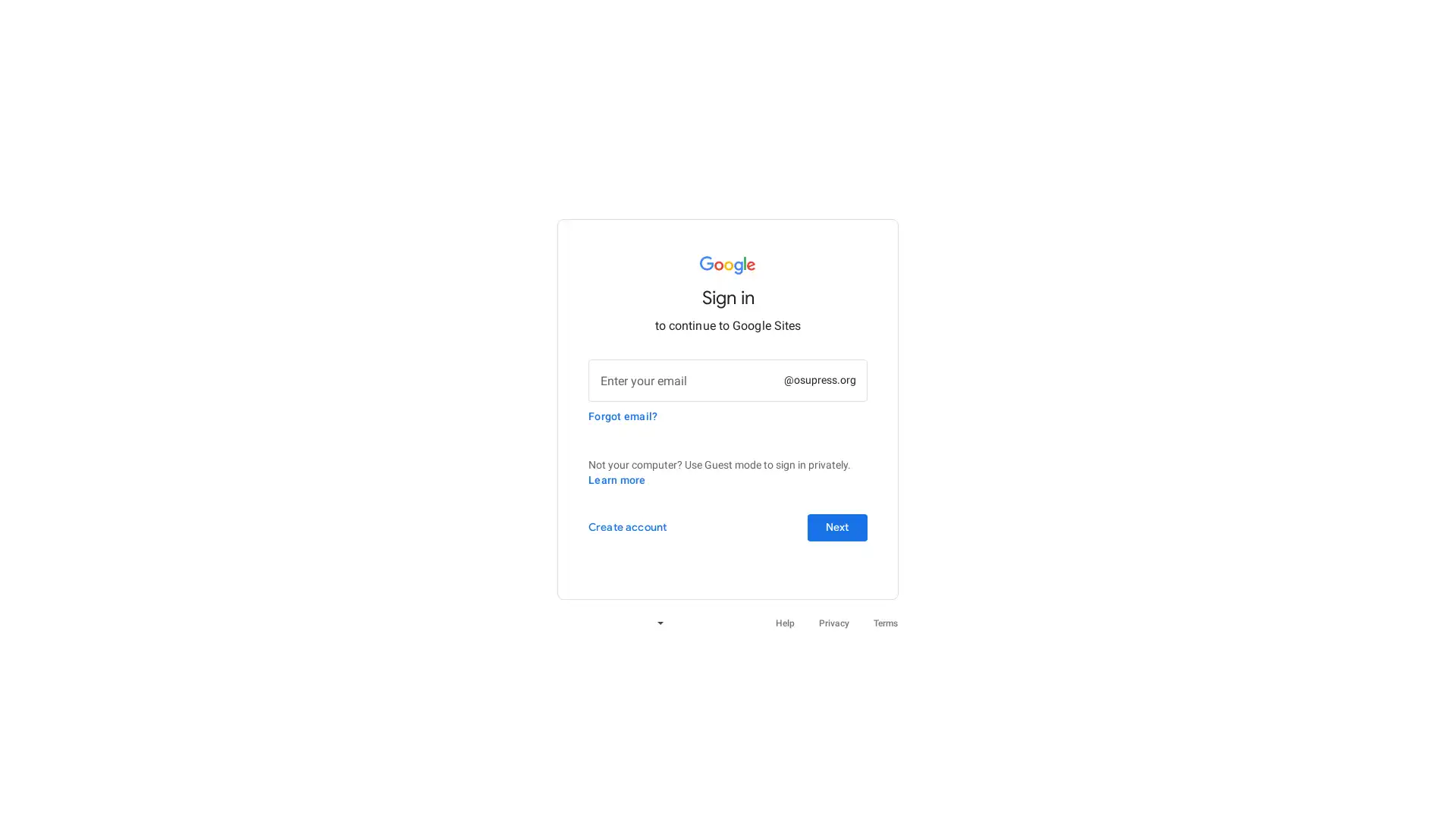 This screenshot has height=819, width=1456. Describe the element at coordinates (623, 415) in the screenshot. I see `Forgot email?` at that location.